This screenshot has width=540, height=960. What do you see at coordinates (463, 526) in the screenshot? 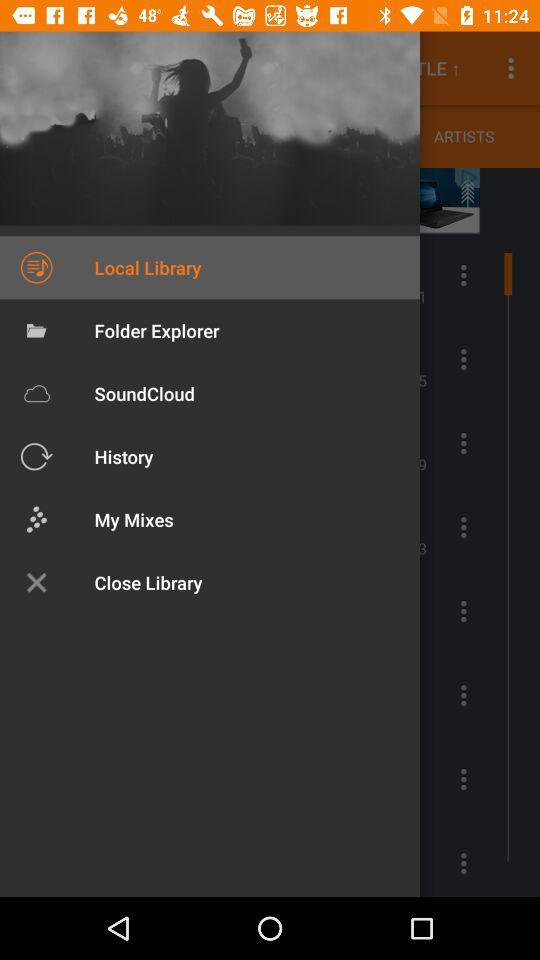
I see `the more icon` at bounding box center [463, 526].